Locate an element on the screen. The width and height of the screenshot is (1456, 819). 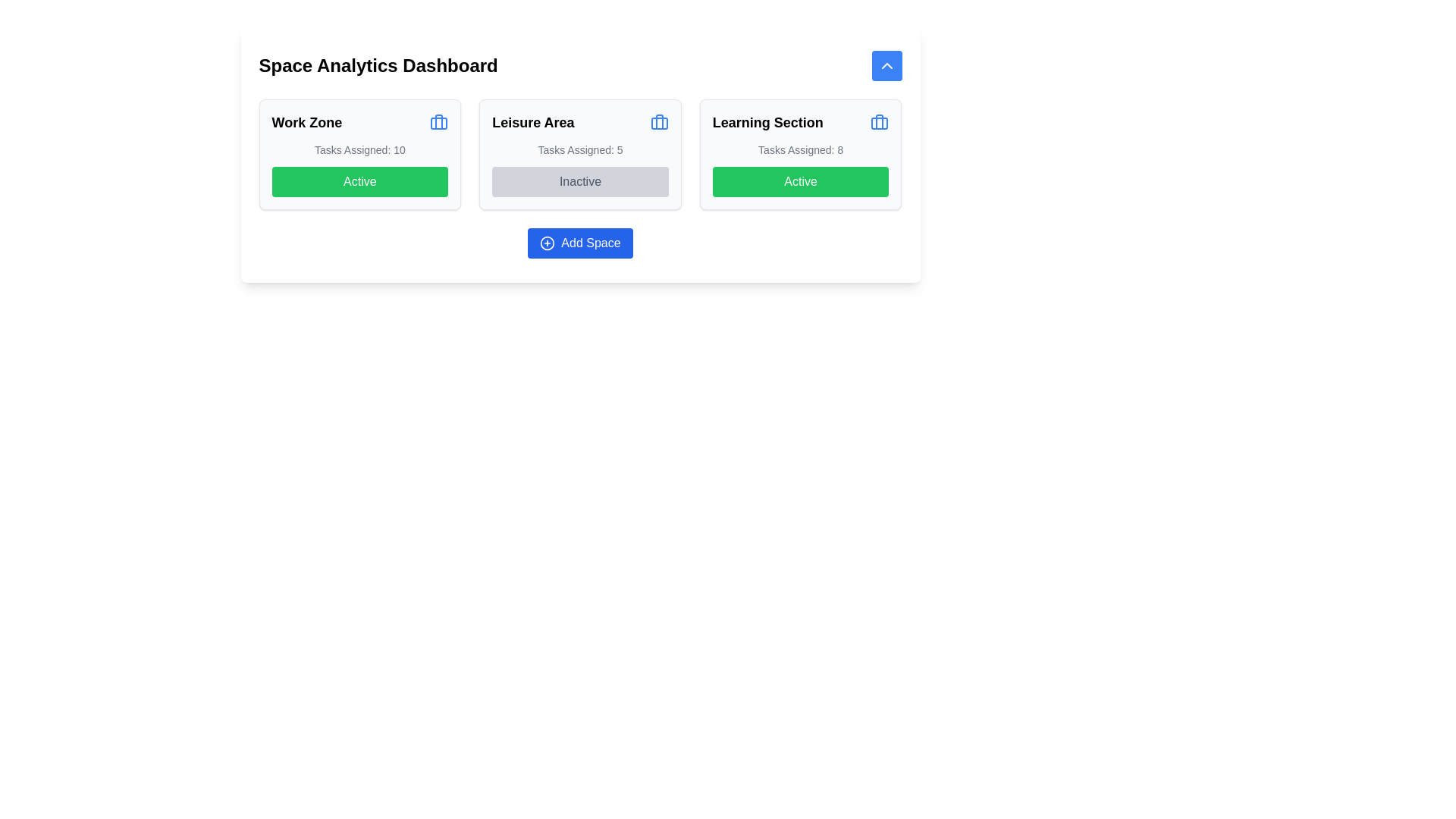
the circular blue SVG graphic icon with a plus sign in the center, located inside the 'Add Space' button below the three section cards ('Work Zone', 'Leisure Area', and 'Learning Section') is located at coordinates (547, 242).